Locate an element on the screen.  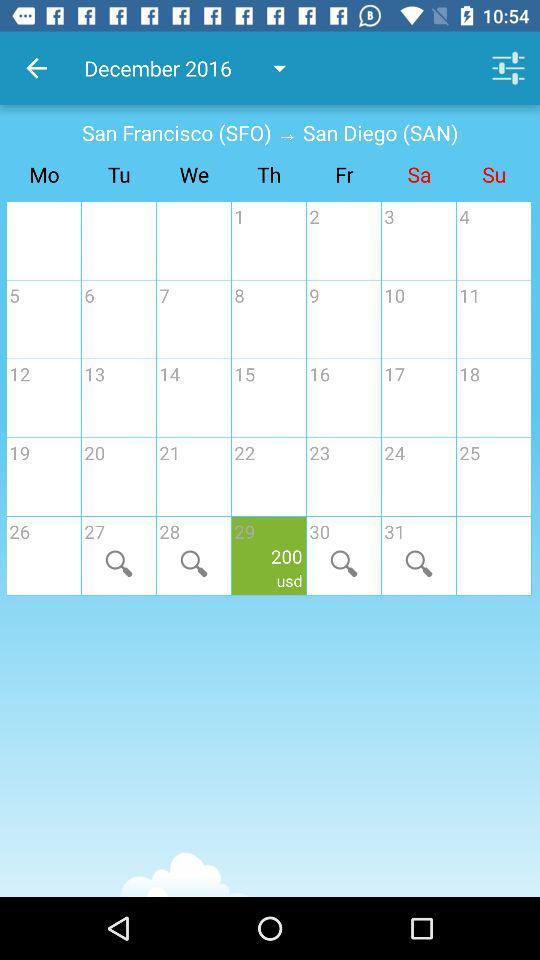
the item to the left of the december 2016 is located at coordinates (36, 68).